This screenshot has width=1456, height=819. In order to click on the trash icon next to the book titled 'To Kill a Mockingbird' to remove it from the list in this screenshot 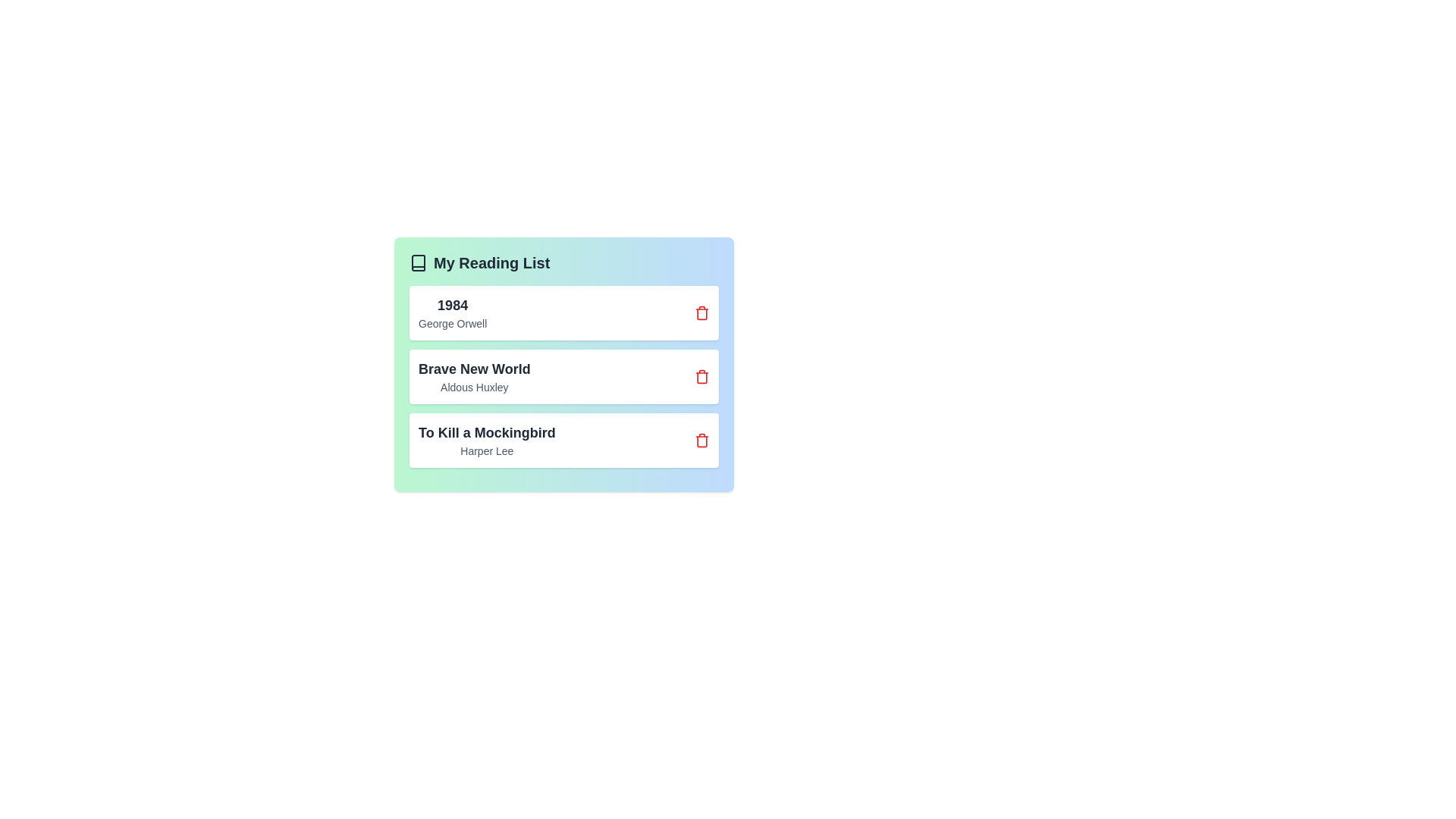, I will do `click(701, 441)`.